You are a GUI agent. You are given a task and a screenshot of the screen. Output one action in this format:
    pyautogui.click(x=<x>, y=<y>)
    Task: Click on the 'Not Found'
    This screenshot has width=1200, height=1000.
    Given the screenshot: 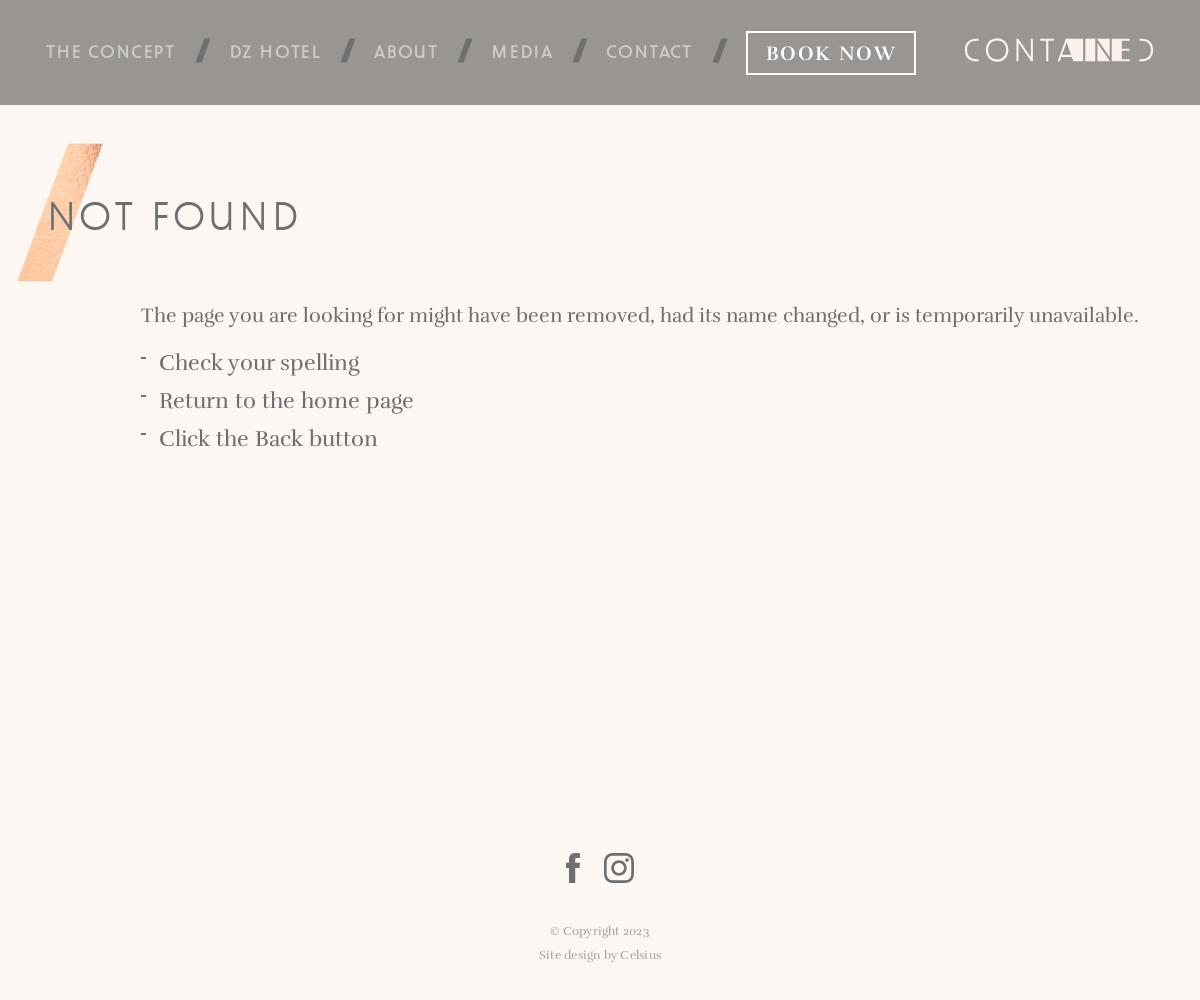 What is the action you would take?
    pyautogui.click(x=172, y=214)
    